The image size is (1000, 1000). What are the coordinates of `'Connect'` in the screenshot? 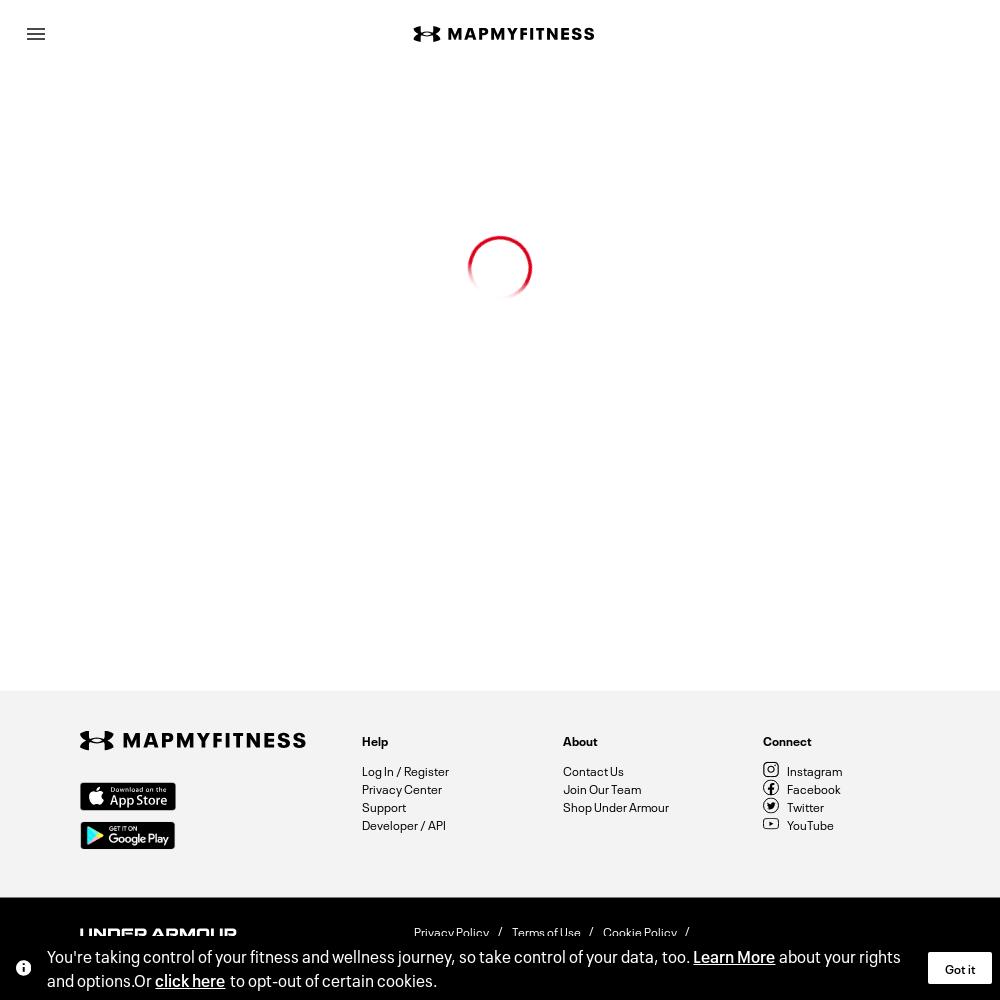 It's located at (786, 738).